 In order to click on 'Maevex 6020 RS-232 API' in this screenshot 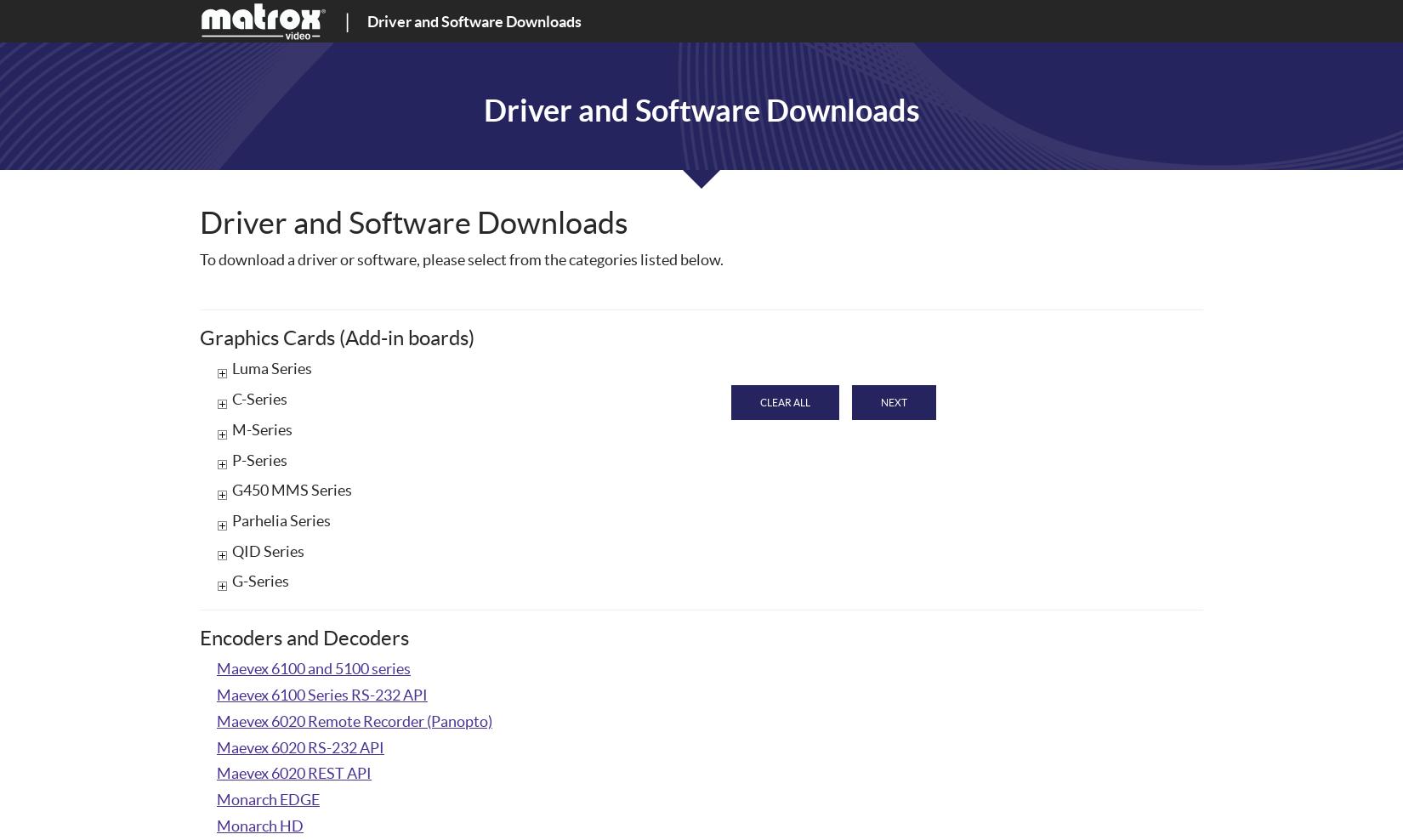, I will do `click(300, 746)`.